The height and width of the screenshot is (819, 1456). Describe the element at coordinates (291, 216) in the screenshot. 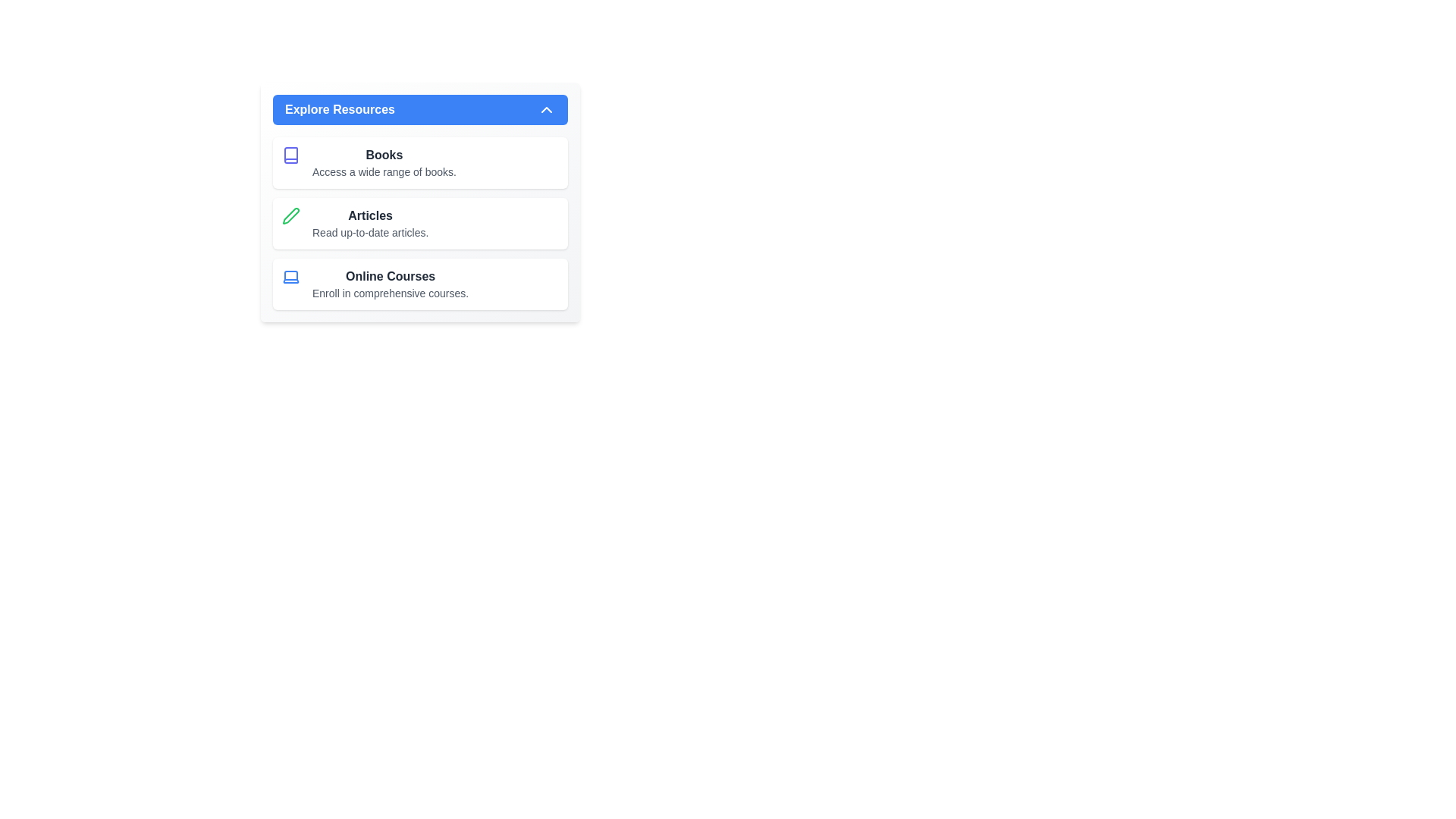

I see `the 'Articles' icon located` at that location.